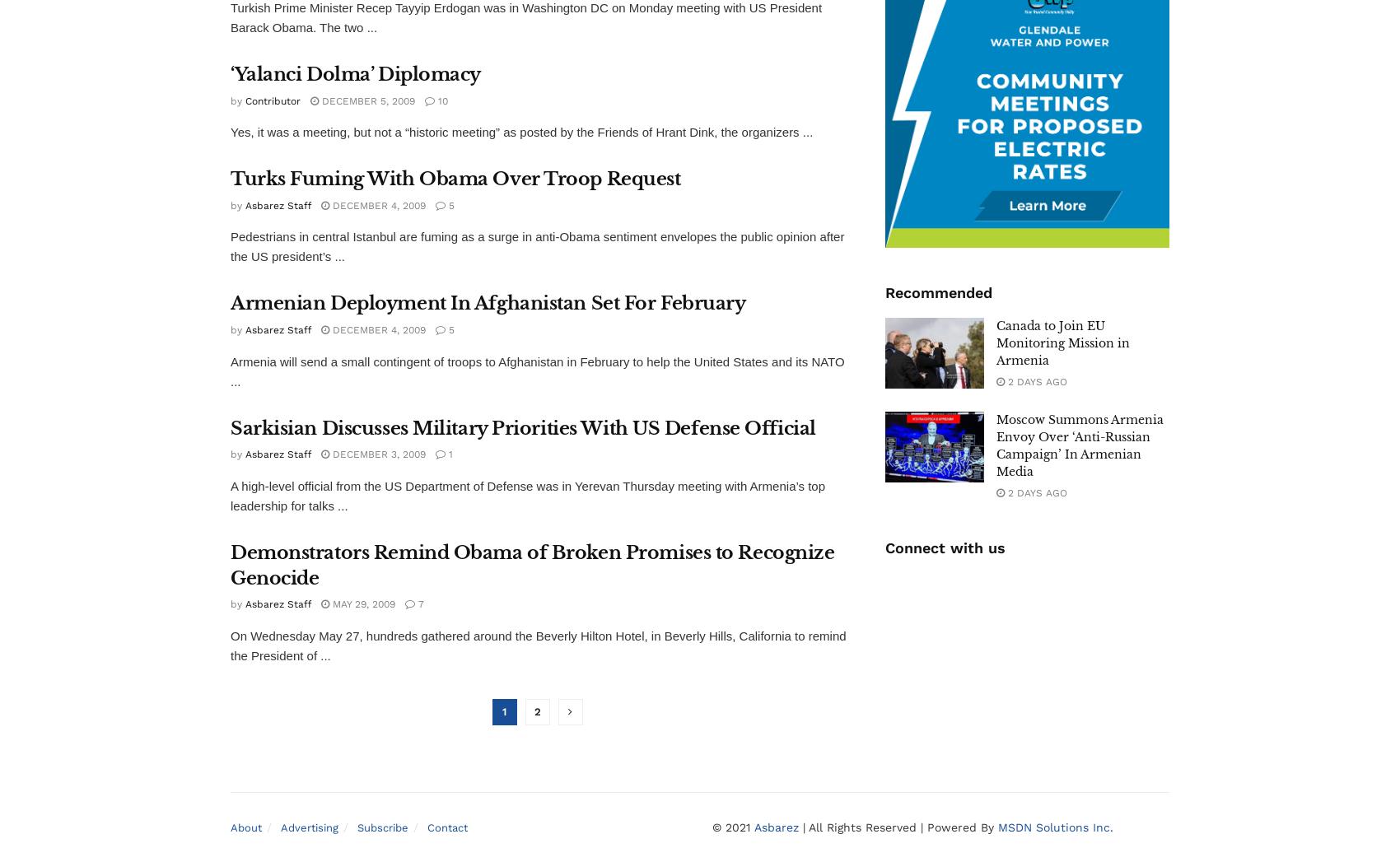 This screenshot has height=848, width=1400. What do you see at coordinates (1080, 445) in the screenshot?
I see `'Moscow Summons Armenia Envoy Over ‘Anti-Russian Campaign’ In Armenian Media'` at bounding box center [1080, 445].